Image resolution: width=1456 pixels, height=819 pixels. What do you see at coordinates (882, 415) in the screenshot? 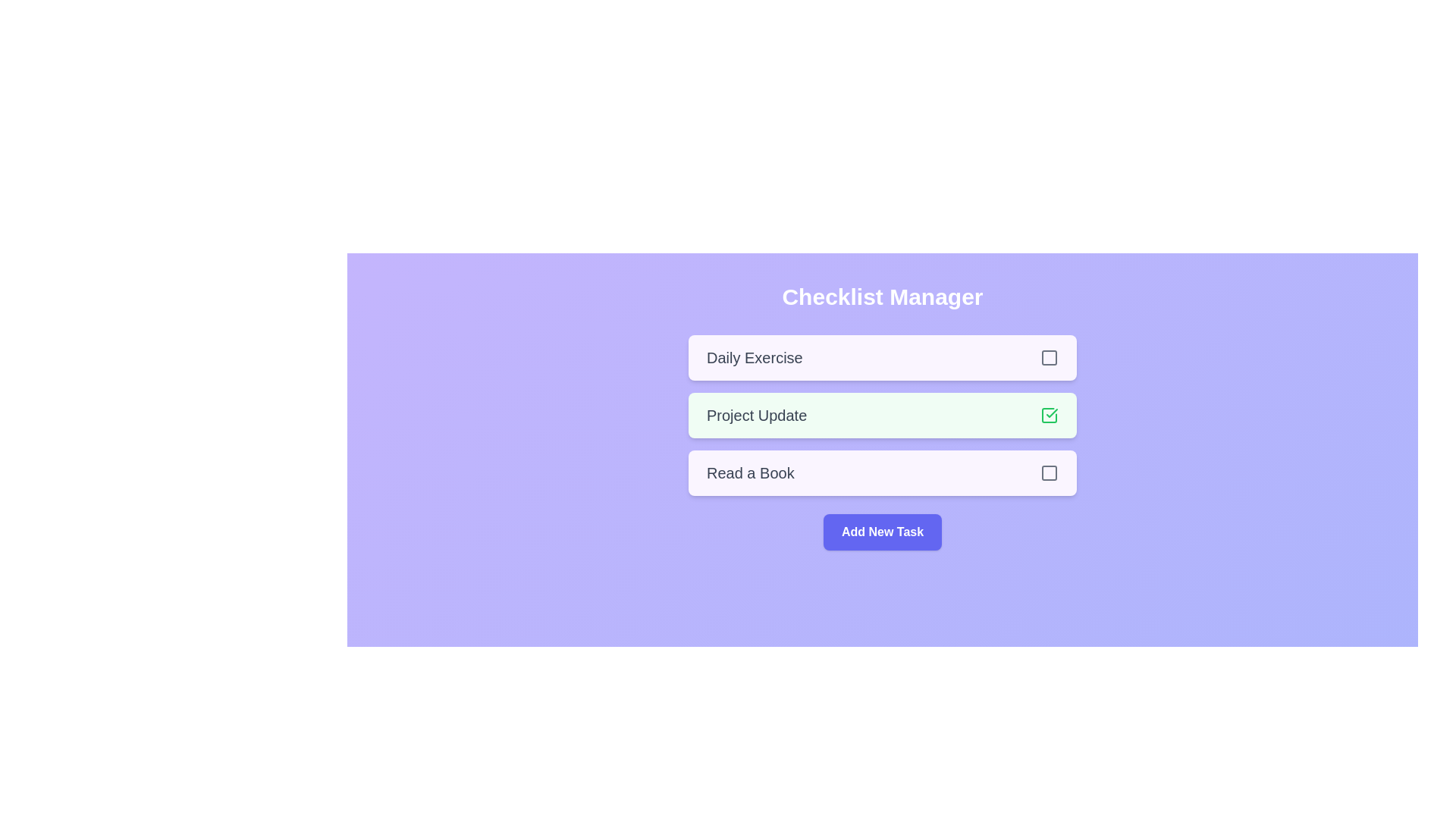
I see `the task item Project Update to observe visual feedback` at bounding box center [882, 415].